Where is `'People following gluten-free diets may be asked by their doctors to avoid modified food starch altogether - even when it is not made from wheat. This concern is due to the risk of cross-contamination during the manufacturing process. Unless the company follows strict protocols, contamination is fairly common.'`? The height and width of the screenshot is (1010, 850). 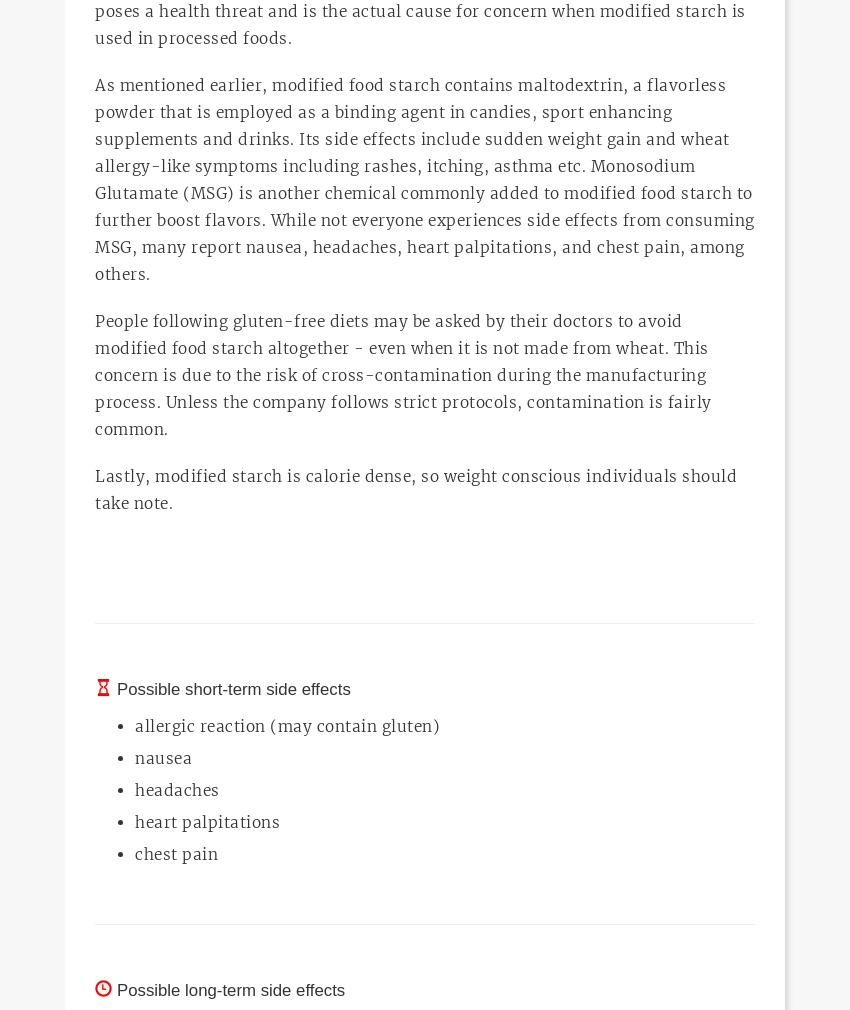
'People following gluten-free diets may be asked by their doctors to avoid modified food starch altogether - even when it is not made from wheat. This concern is due to the risk of cross-contamination during the manufacturing process. Unless the company follows strict protocols, contamination is fairly common.' is located at coordinates (402, 374).